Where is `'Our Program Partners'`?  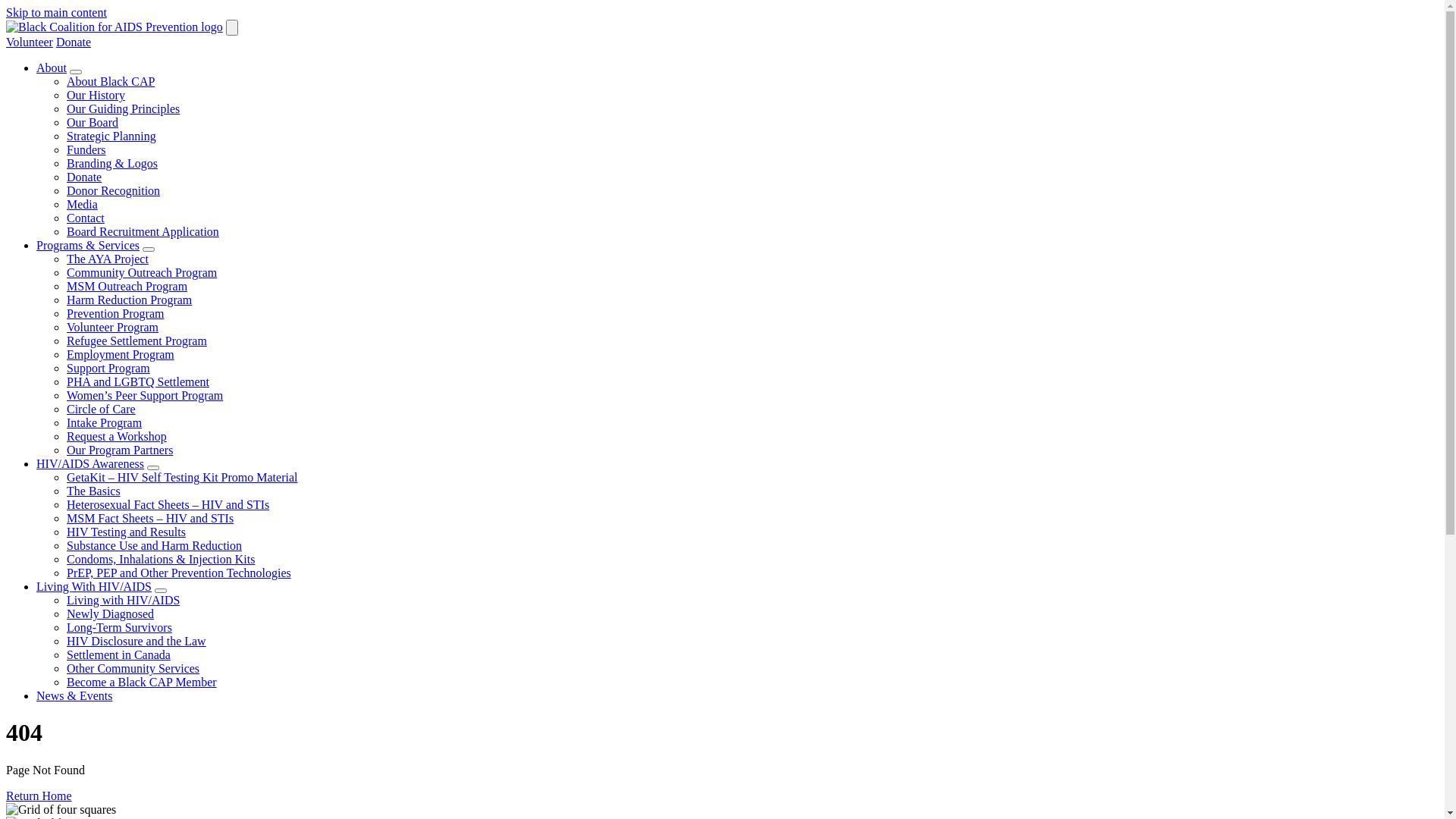
'Our Program Partners' is located at coordinates (119, 449).